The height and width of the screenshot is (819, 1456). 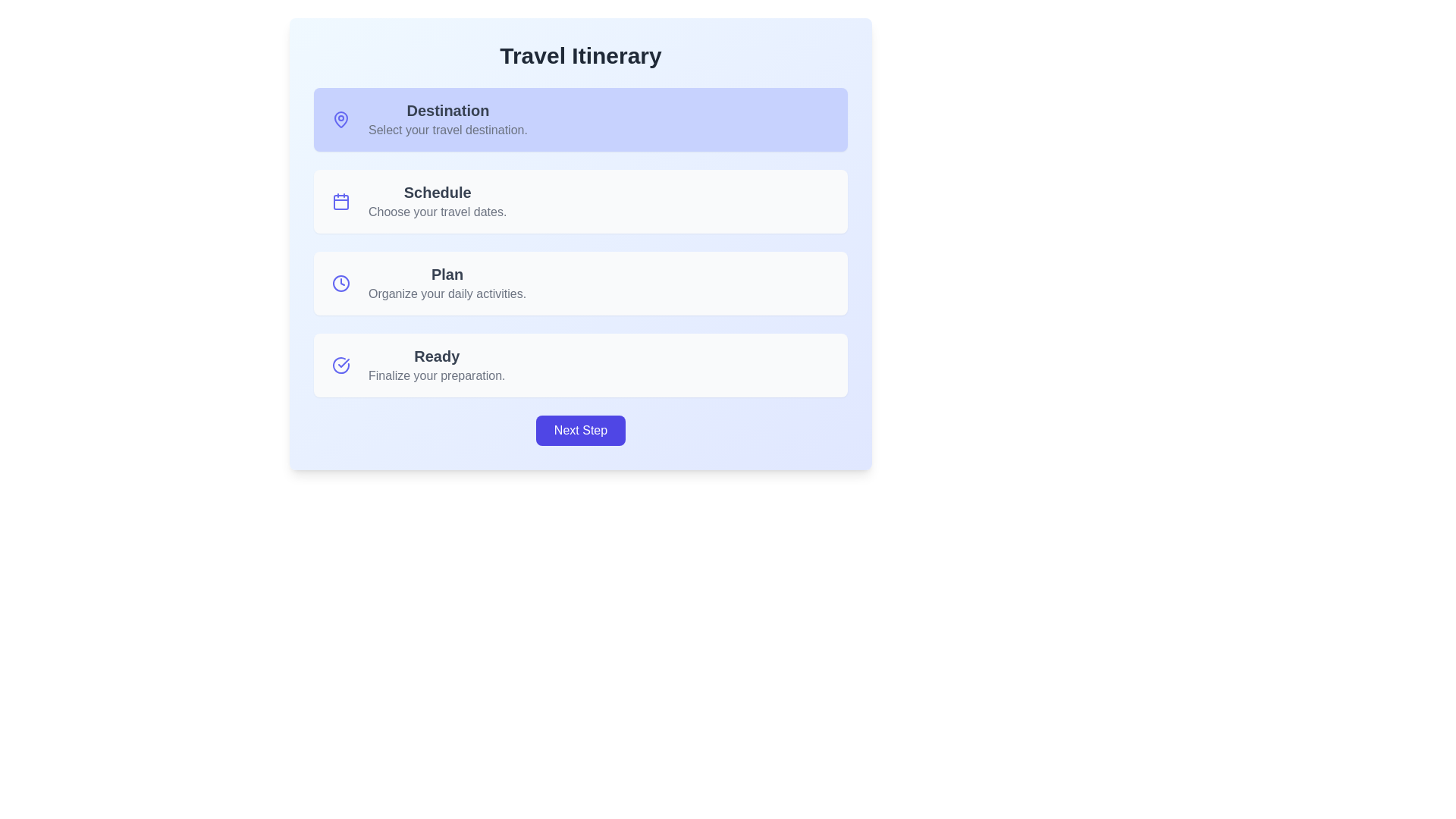 What do you see at coordinates (437, 212) in the screenshot?
I see `the gray text label reading 'Choose your travel dates.' which is located beneath the heading 'Schedule' in the second card of the vertically arranged list of cards` at bounding box center [437, 212].